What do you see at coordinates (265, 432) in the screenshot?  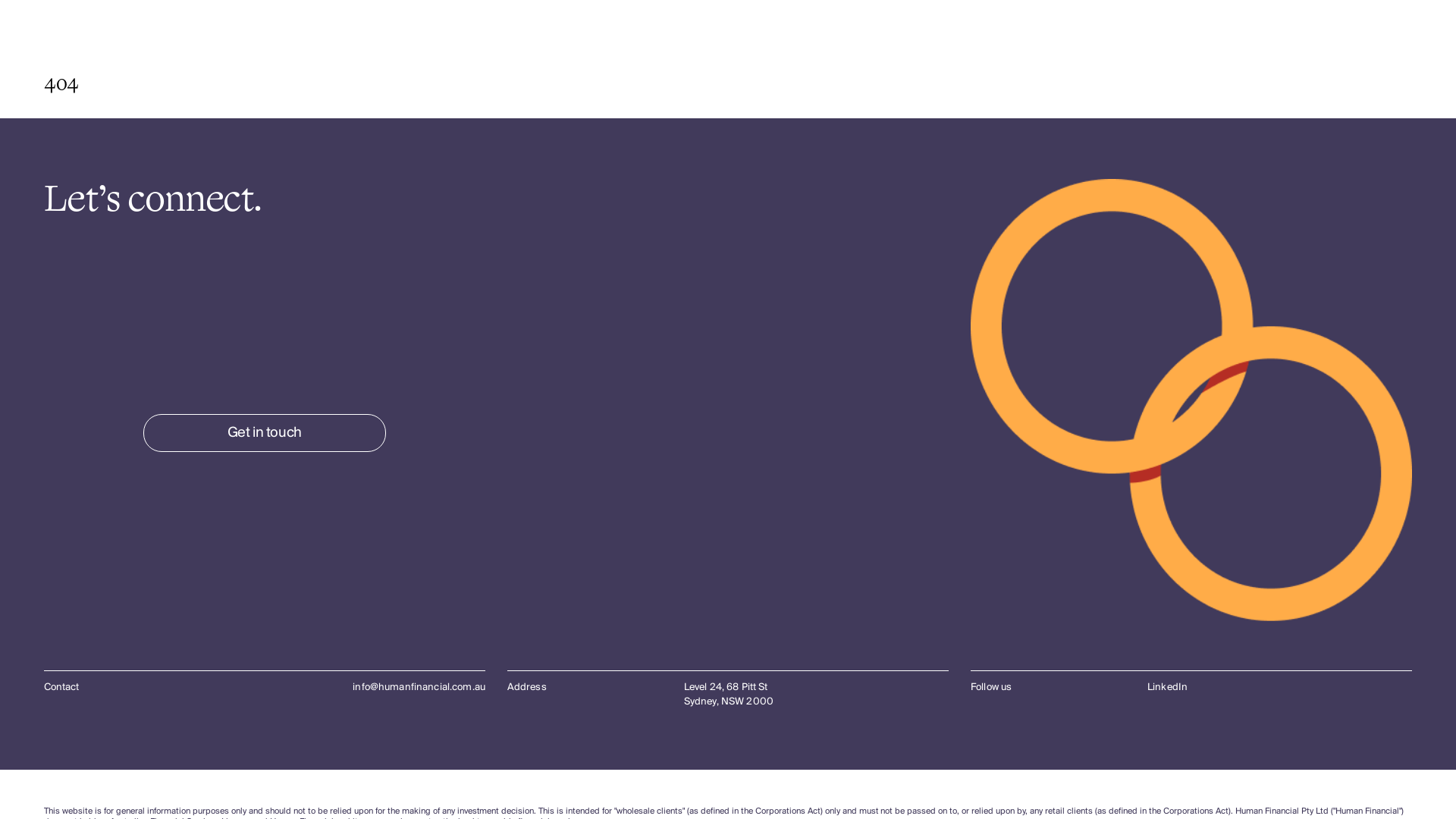 I see `'Get in touch'` at bounding box center [265, 432].